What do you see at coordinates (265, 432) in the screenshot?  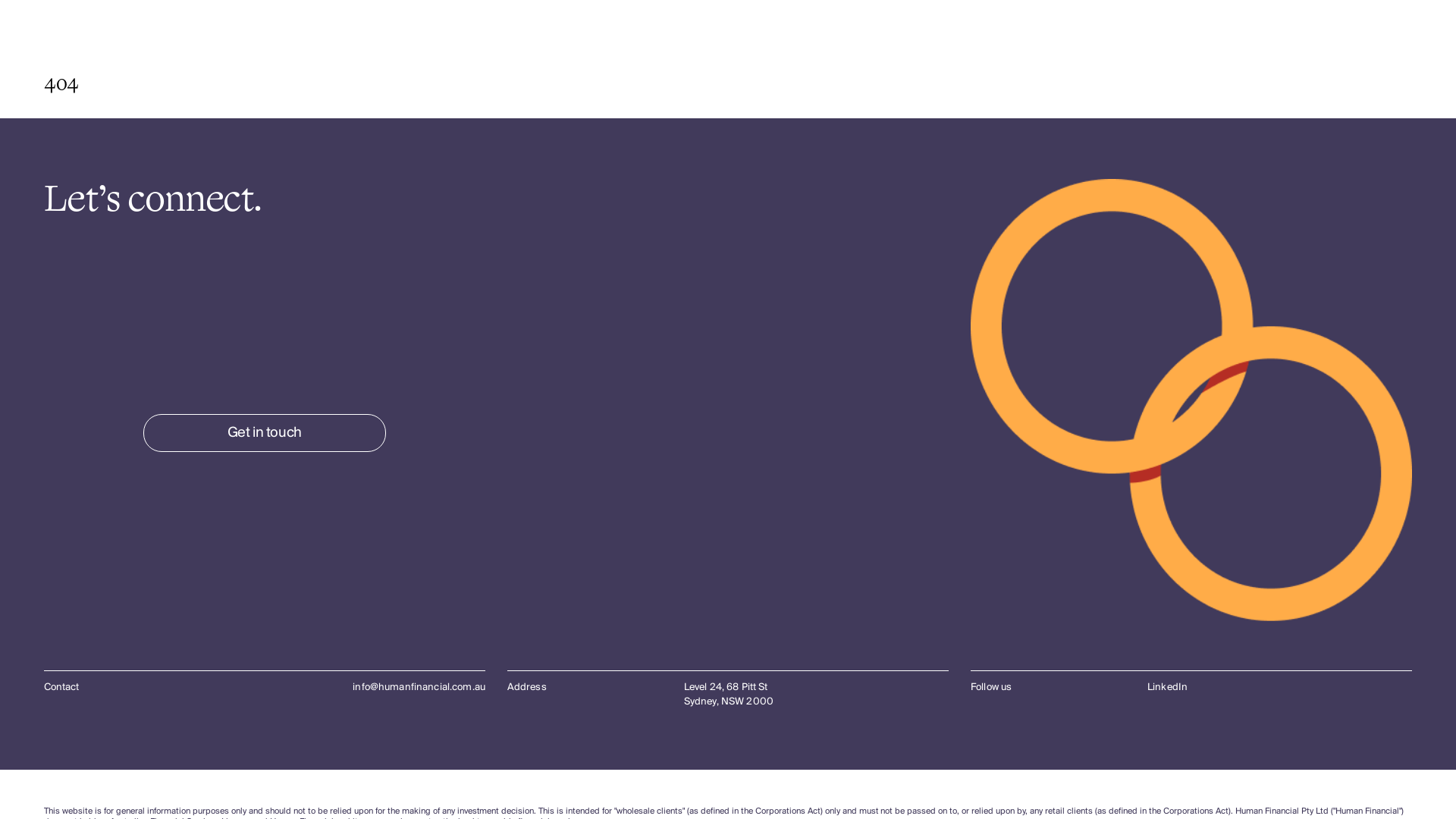 I see `'Get in touch'` at bounding box center [265, 432].